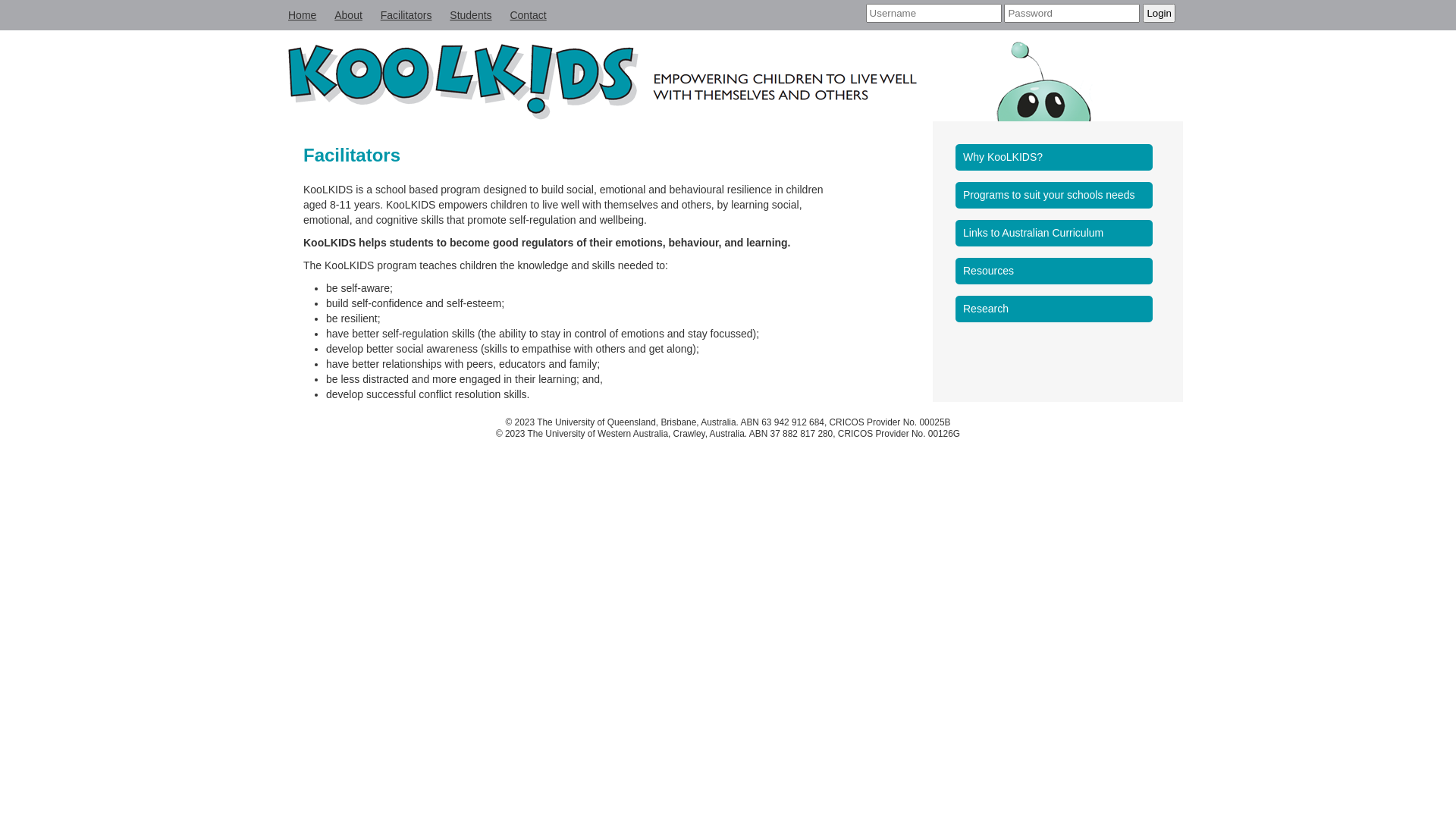  What do you see at coordinates (1143, 13) in the screenshot?
I see `'Login'` at bounding box center [1143, 13].